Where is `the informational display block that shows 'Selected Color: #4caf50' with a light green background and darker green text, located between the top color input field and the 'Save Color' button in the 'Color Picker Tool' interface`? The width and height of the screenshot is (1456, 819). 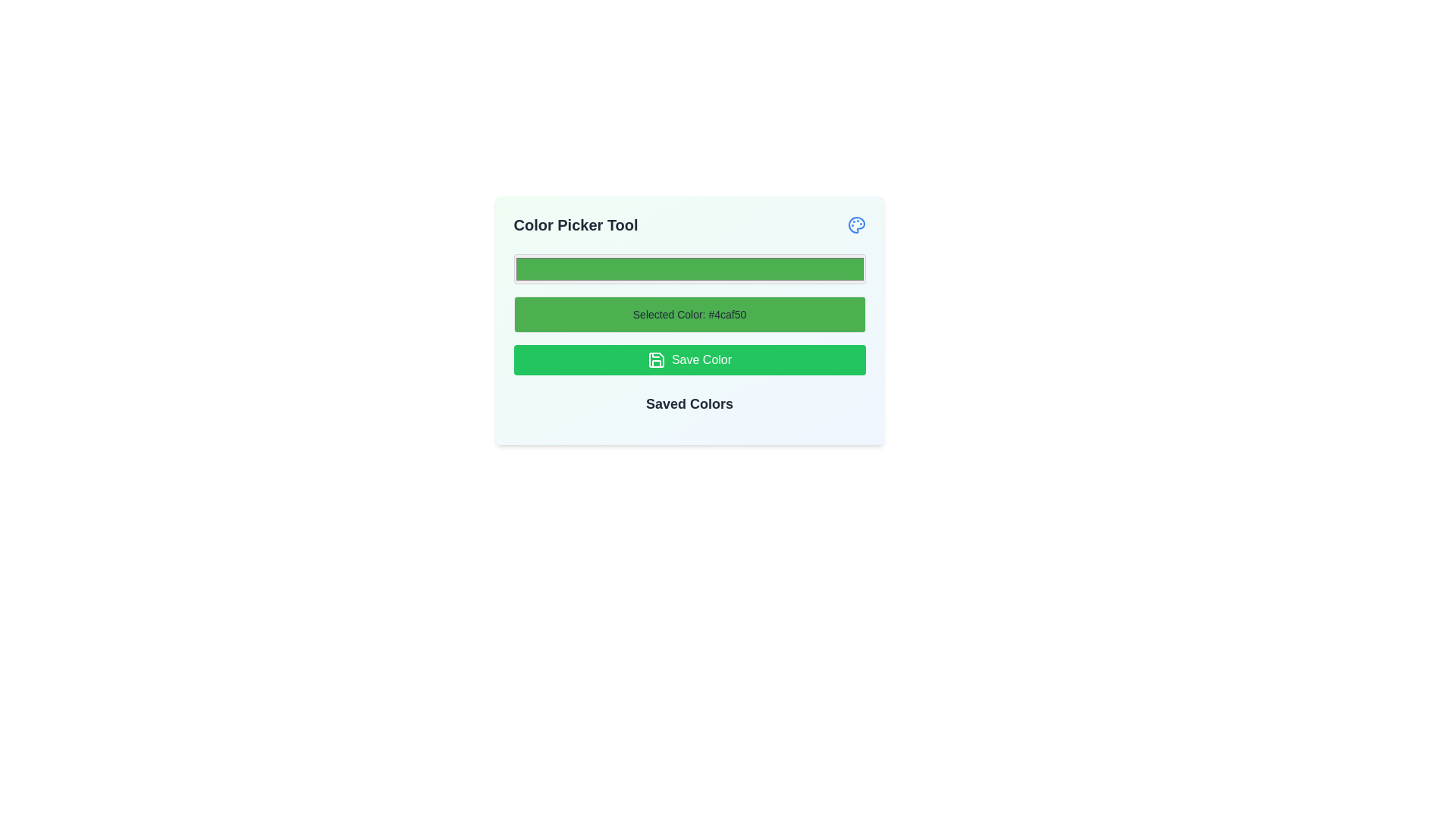
the informational display block that shows 'Selected Color: #4caf50' with a light green background and darker green text, located between the top color input field and the 'Save Color' button in the 'Color Picker Tool' interface is located at coordinates (689, 320).